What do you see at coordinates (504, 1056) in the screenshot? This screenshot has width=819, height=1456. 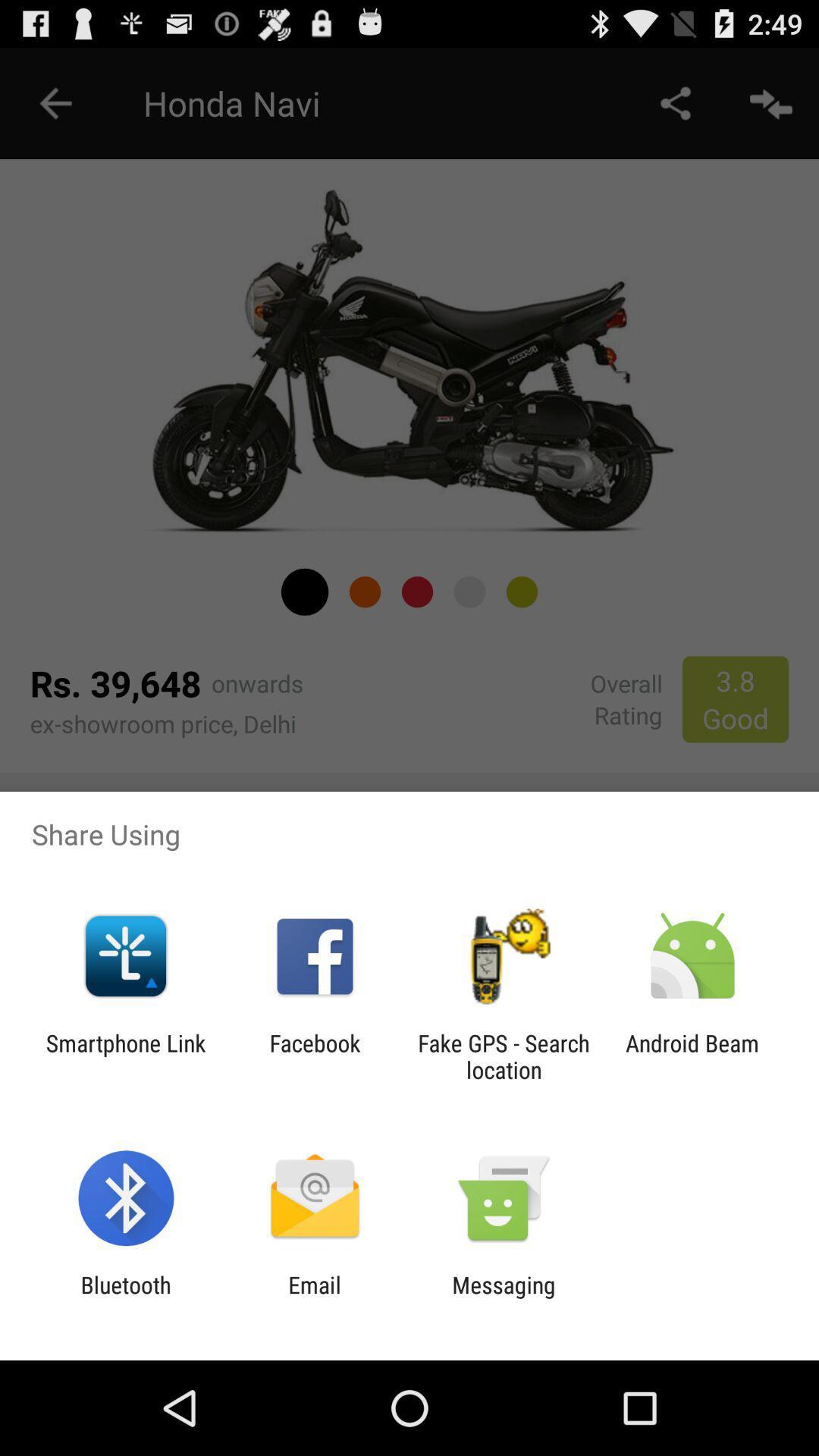 I see `fake gps search icon` at bounding box center [504, 1056].